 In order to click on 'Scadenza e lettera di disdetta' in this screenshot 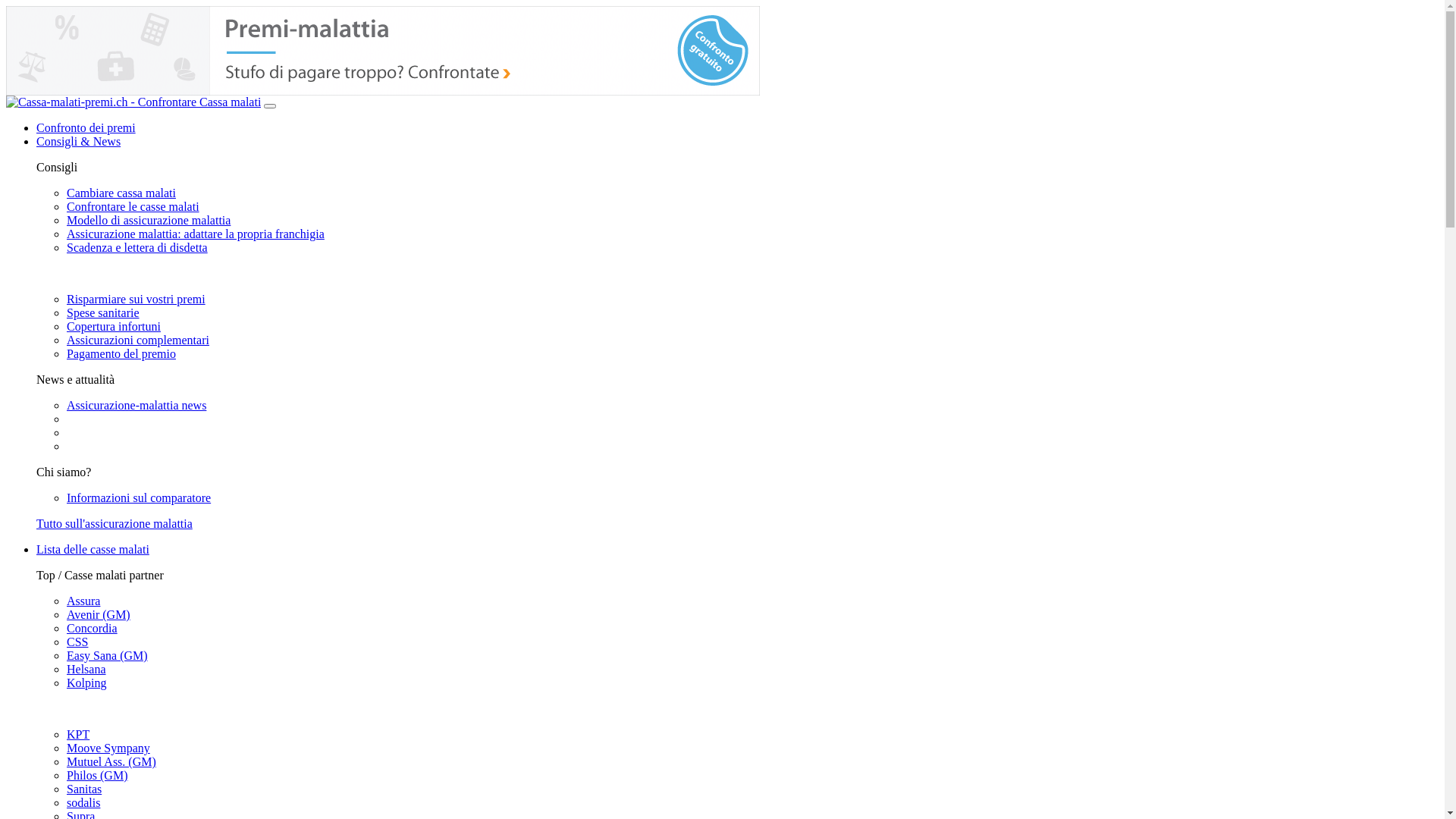, I will do `click(65, 246)`.